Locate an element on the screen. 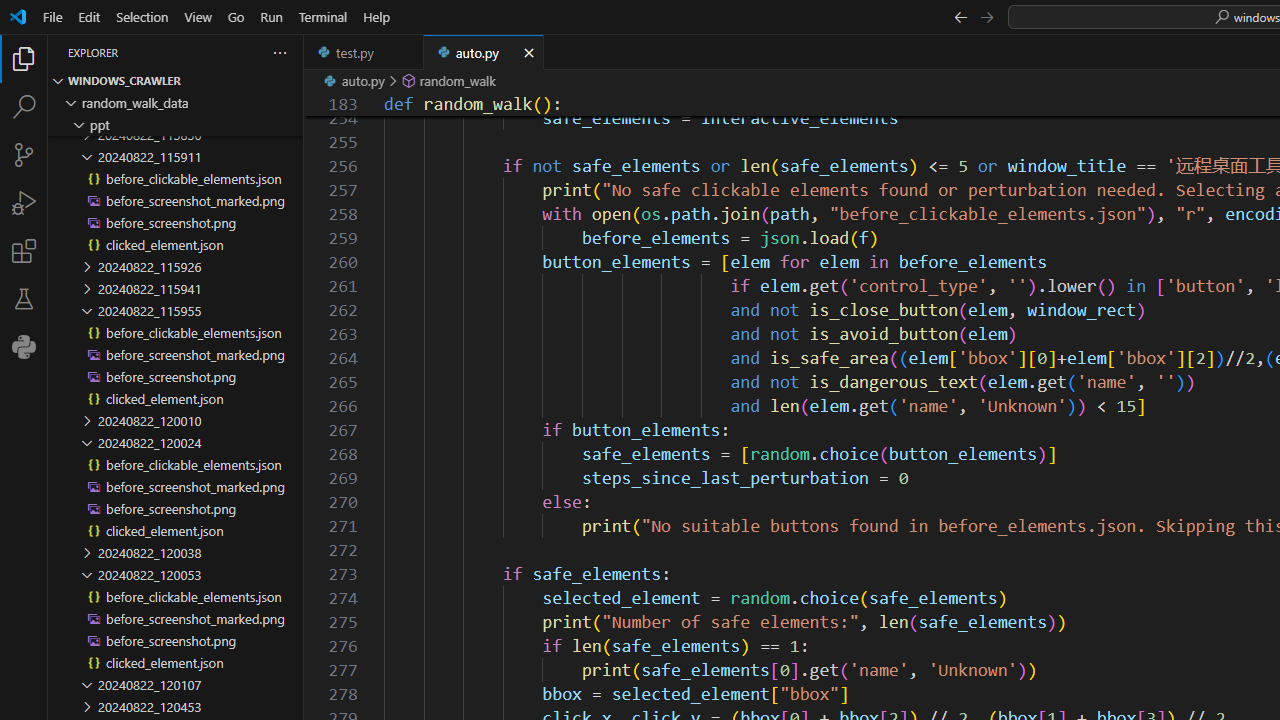 This screenshot has width=1280, height=720. 'Edit' is located at coordinates (88, 16).